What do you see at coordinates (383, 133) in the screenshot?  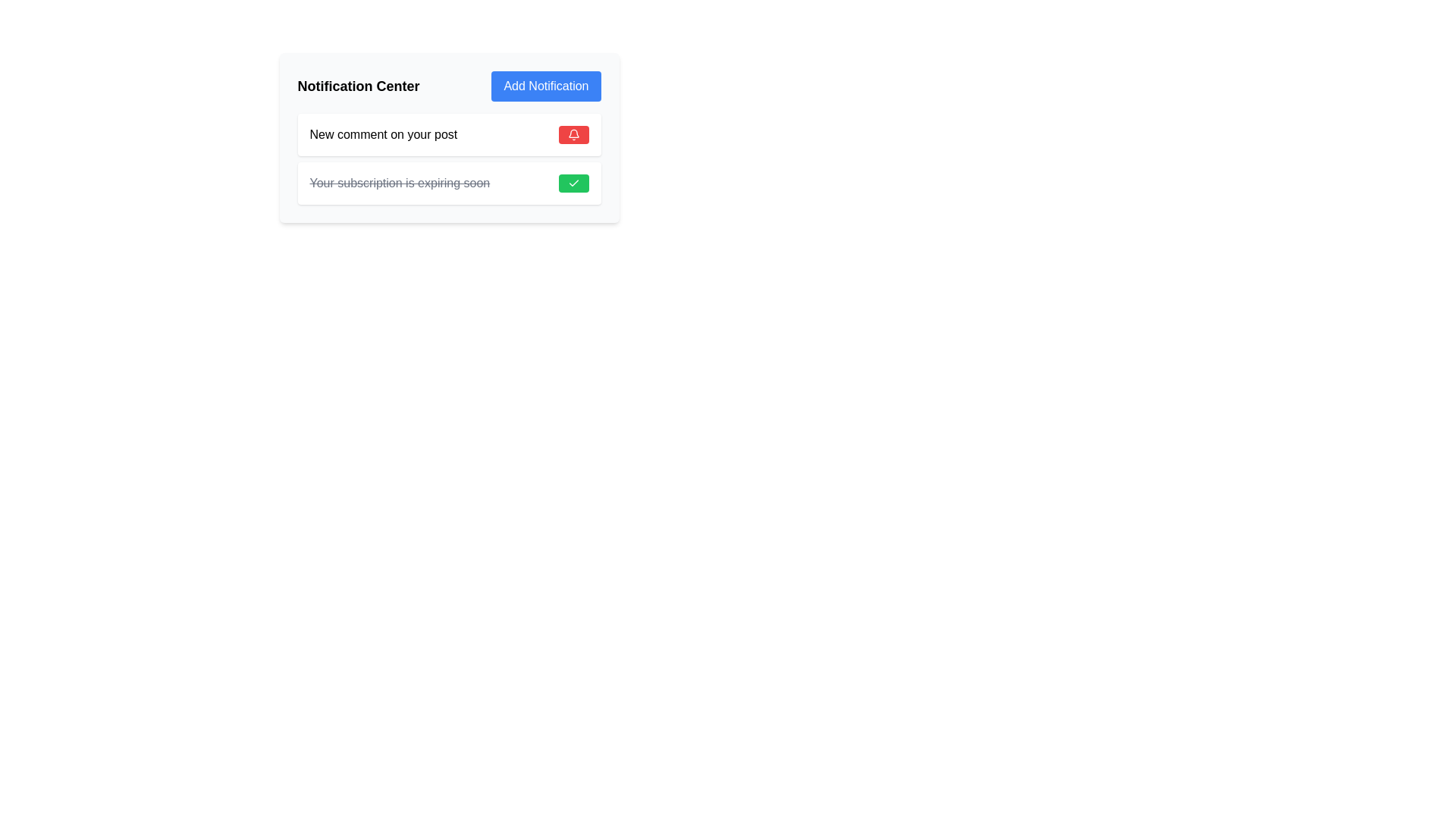 I see `notification text label located in the left section of the rectangular notification box, positioned left of an icon or button` at bounding box center [383, 133].